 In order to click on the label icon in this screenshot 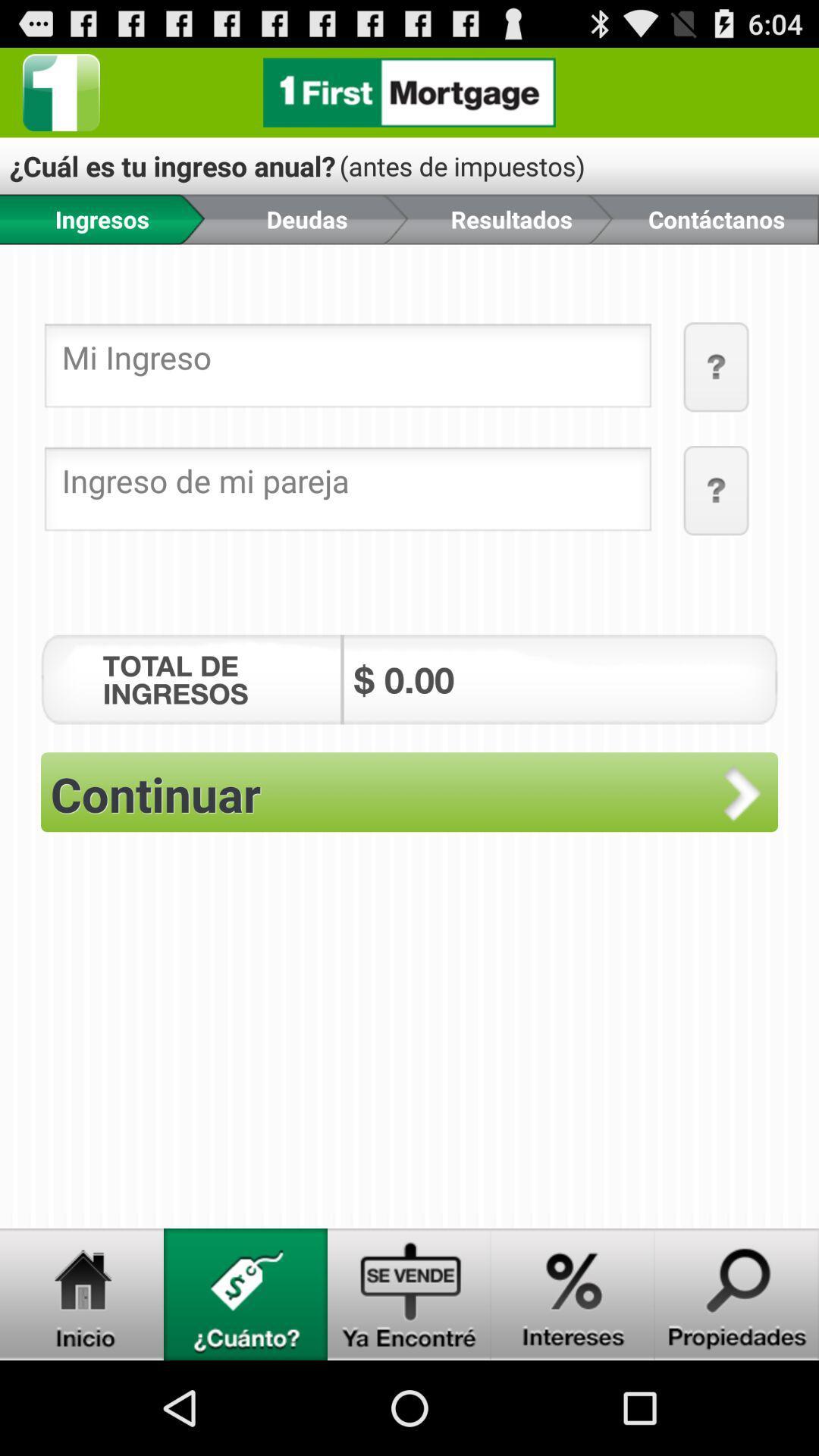, I will do `click(245, 1385)`.